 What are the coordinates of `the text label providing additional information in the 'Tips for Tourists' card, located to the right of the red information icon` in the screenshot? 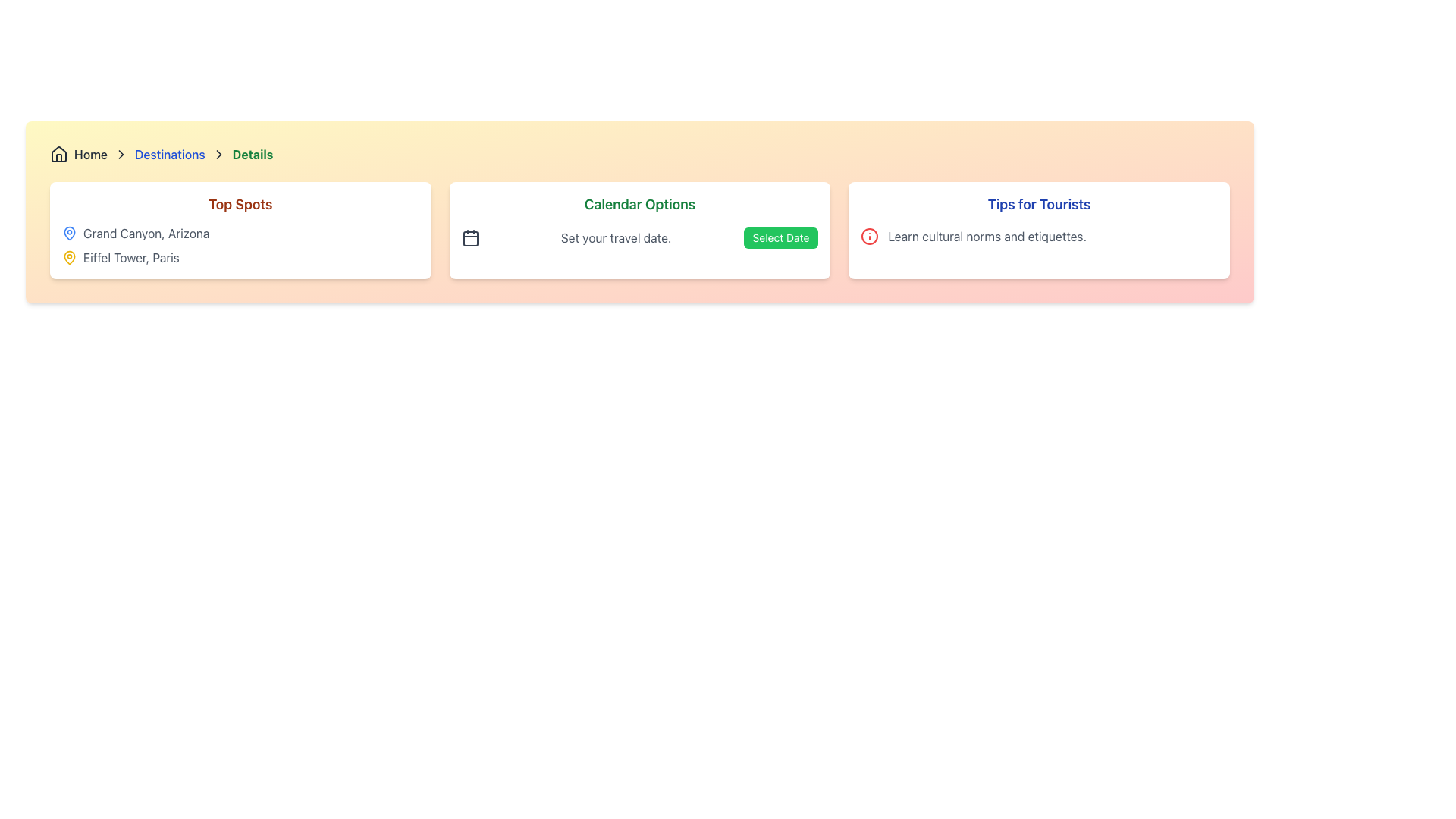 It's located at (987, 237).